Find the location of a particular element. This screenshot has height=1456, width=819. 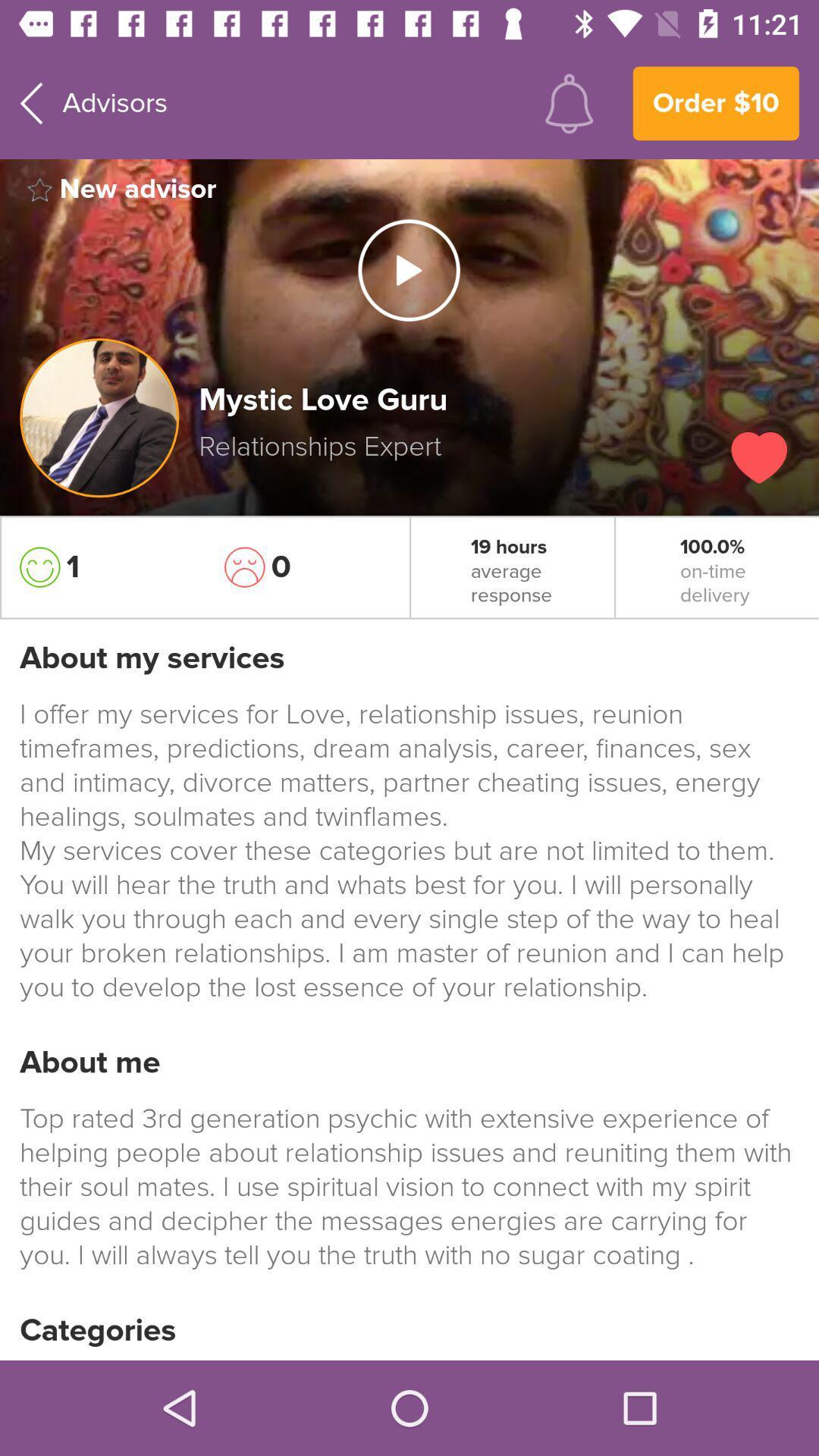

the item above mystic love guru is located at coordinates (408, 270).